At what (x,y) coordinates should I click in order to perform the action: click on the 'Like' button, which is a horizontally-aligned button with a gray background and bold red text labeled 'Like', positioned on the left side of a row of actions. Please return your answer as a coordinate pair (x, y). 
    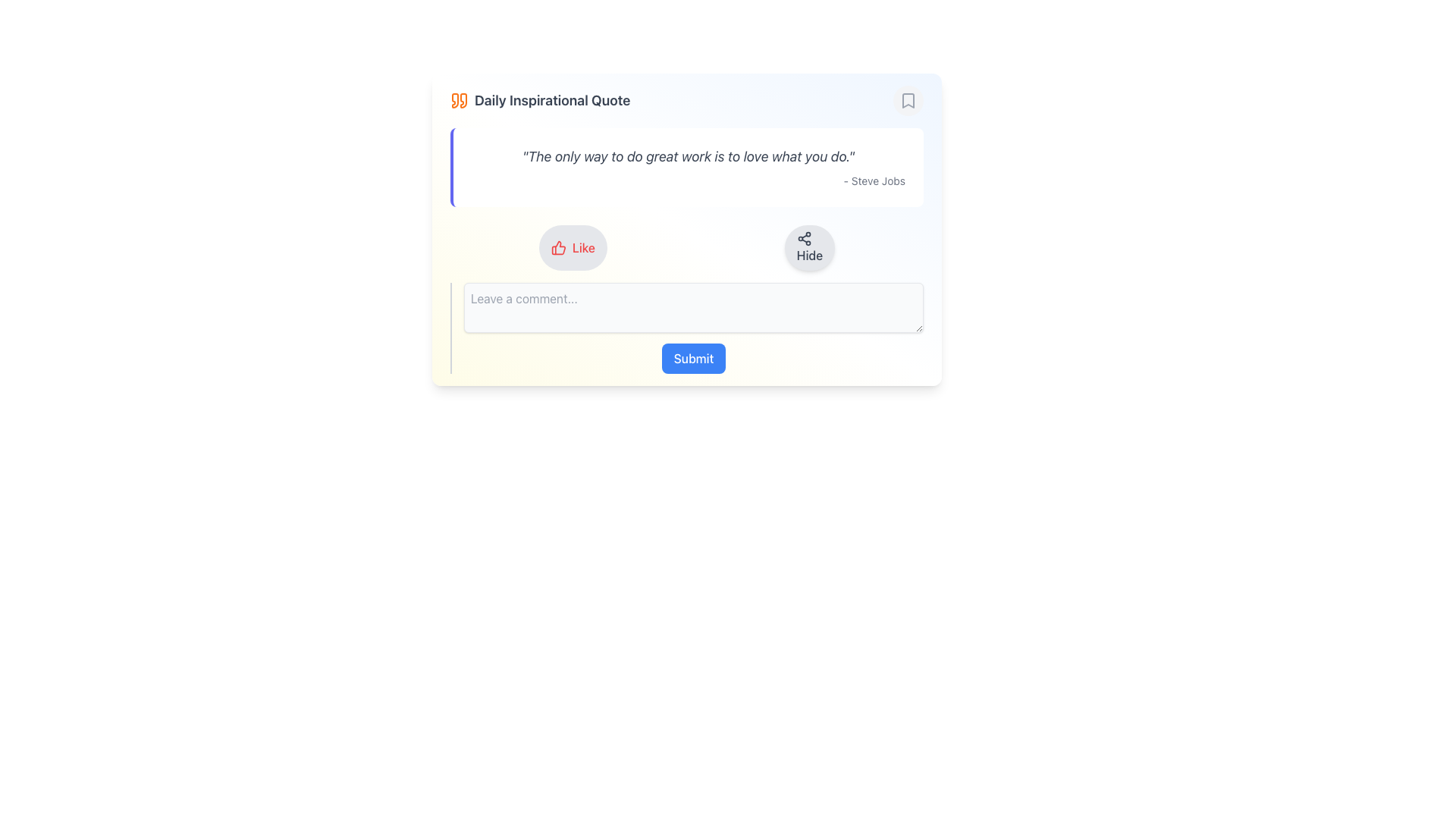
    Looking at the image, I should click on (572, 247).